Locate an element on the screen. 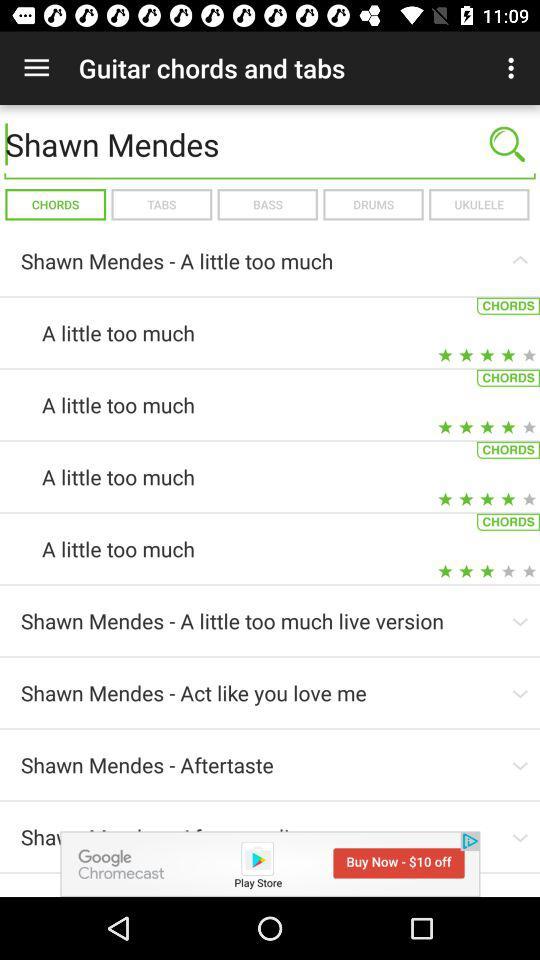 This screenshot has height=960, width=540. the icon above the shawn mendes a icon is located at coordinates (478, 204).